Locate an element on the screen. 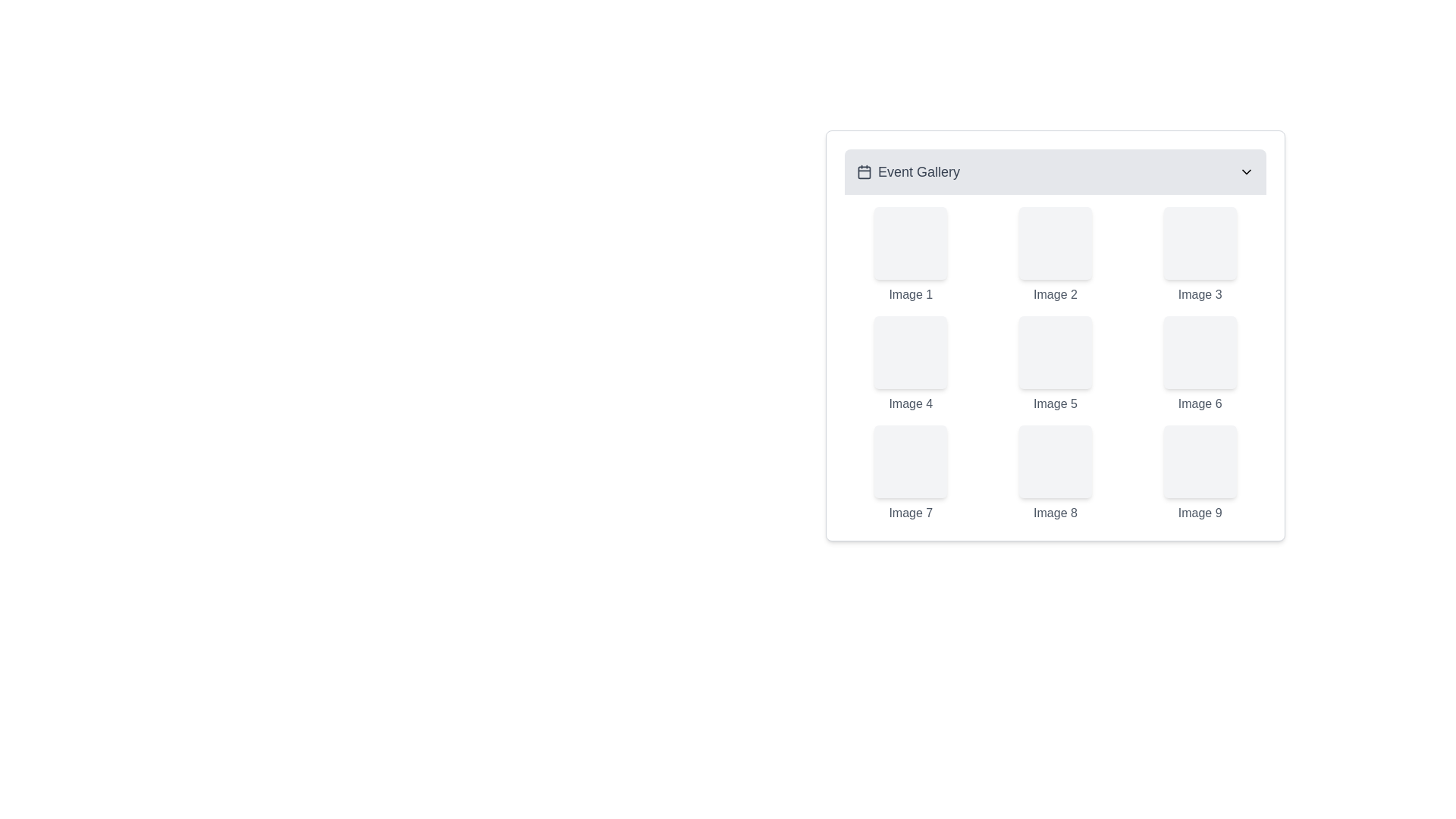  the square-shaped graphic placeholder with a light gray background, rounded corners, and shadow effect located in the second column of the first row of the gallery interface is located at coordinates (1055, 242).